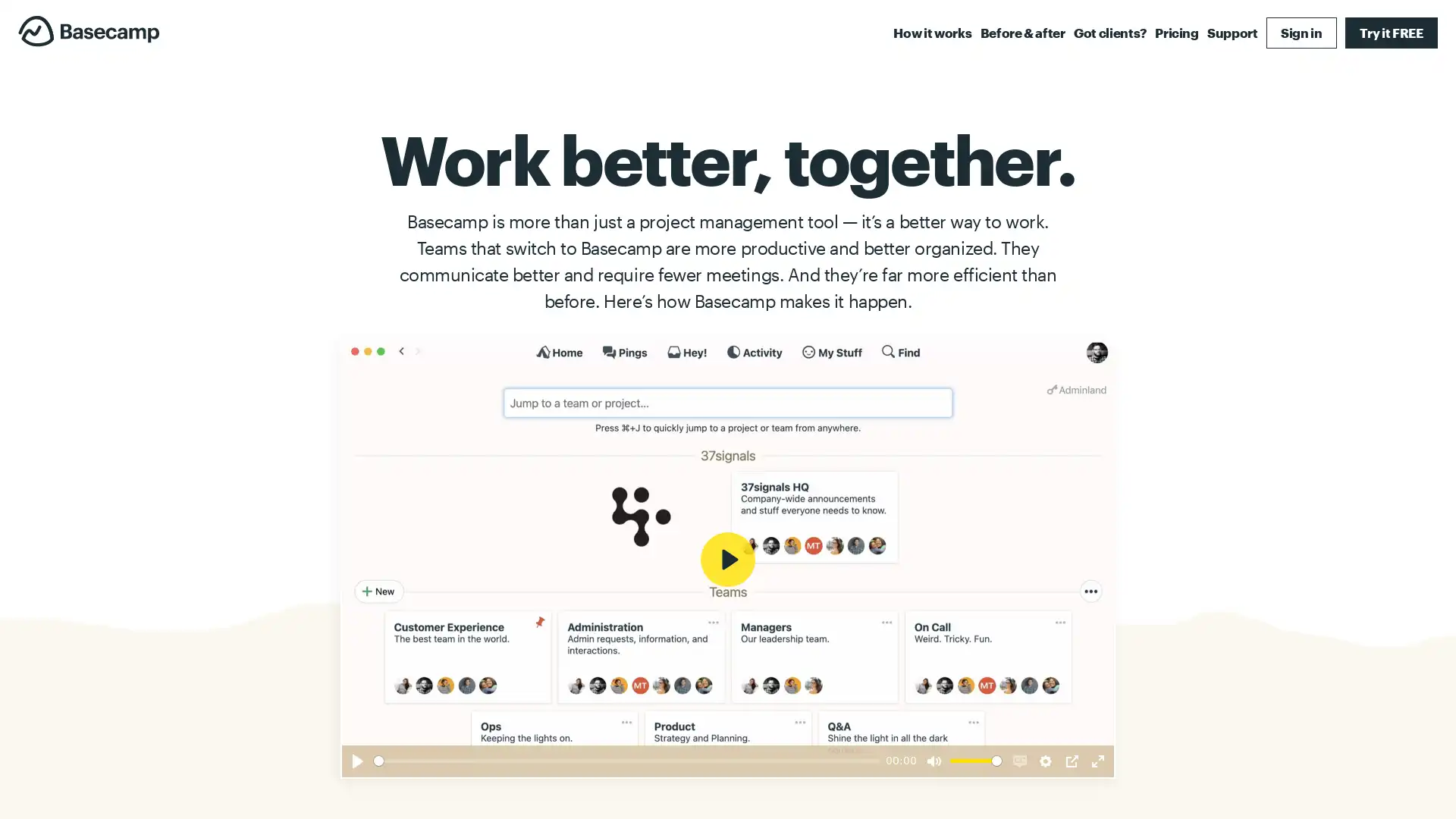 This screenshot has height=819, width=1456. Describe the element at coordinates (356, 760) in the screenshot. I see `Play` at that location.